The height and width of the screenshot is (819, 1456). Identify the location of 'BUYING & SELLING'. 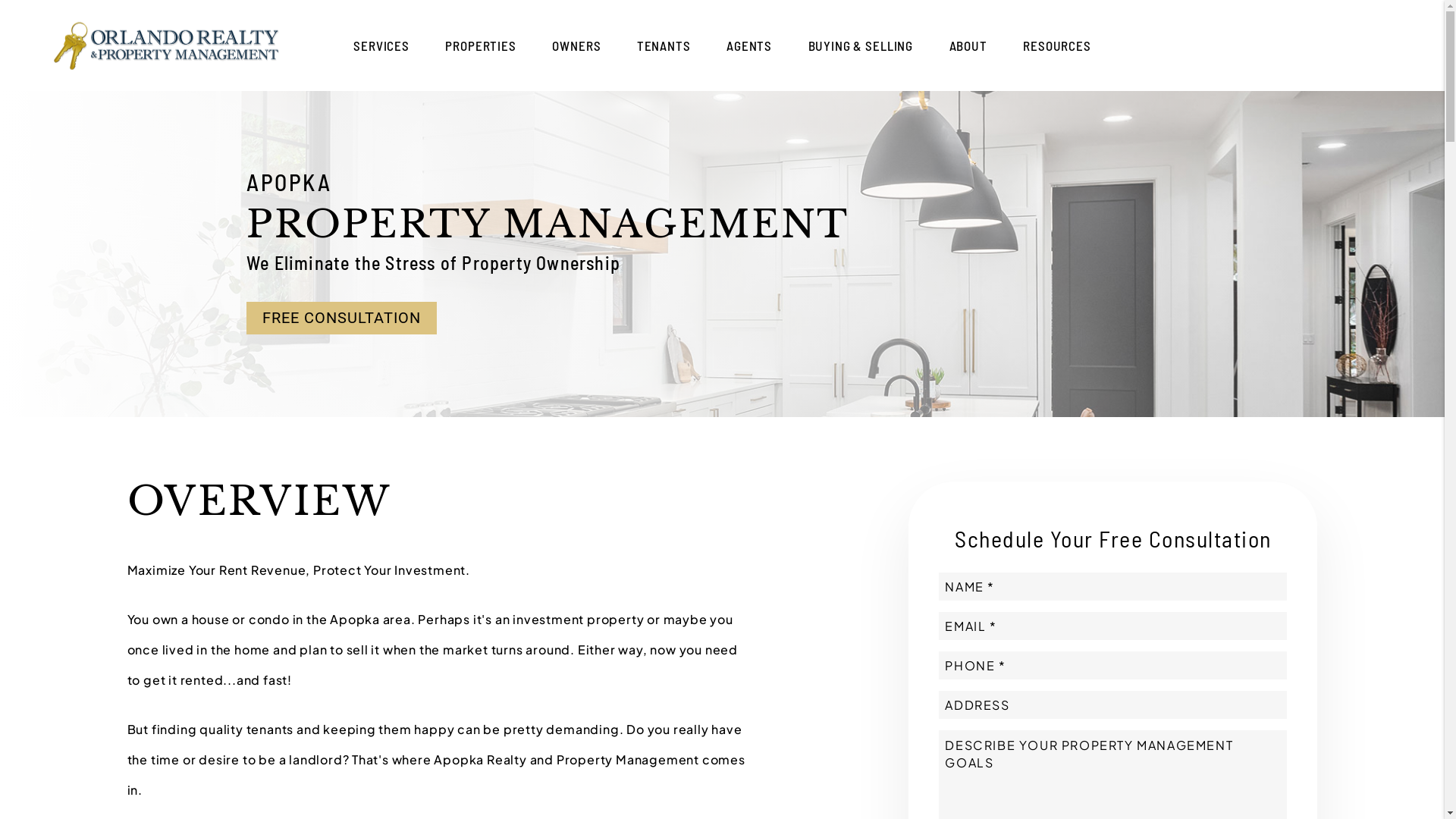
(861, 45).